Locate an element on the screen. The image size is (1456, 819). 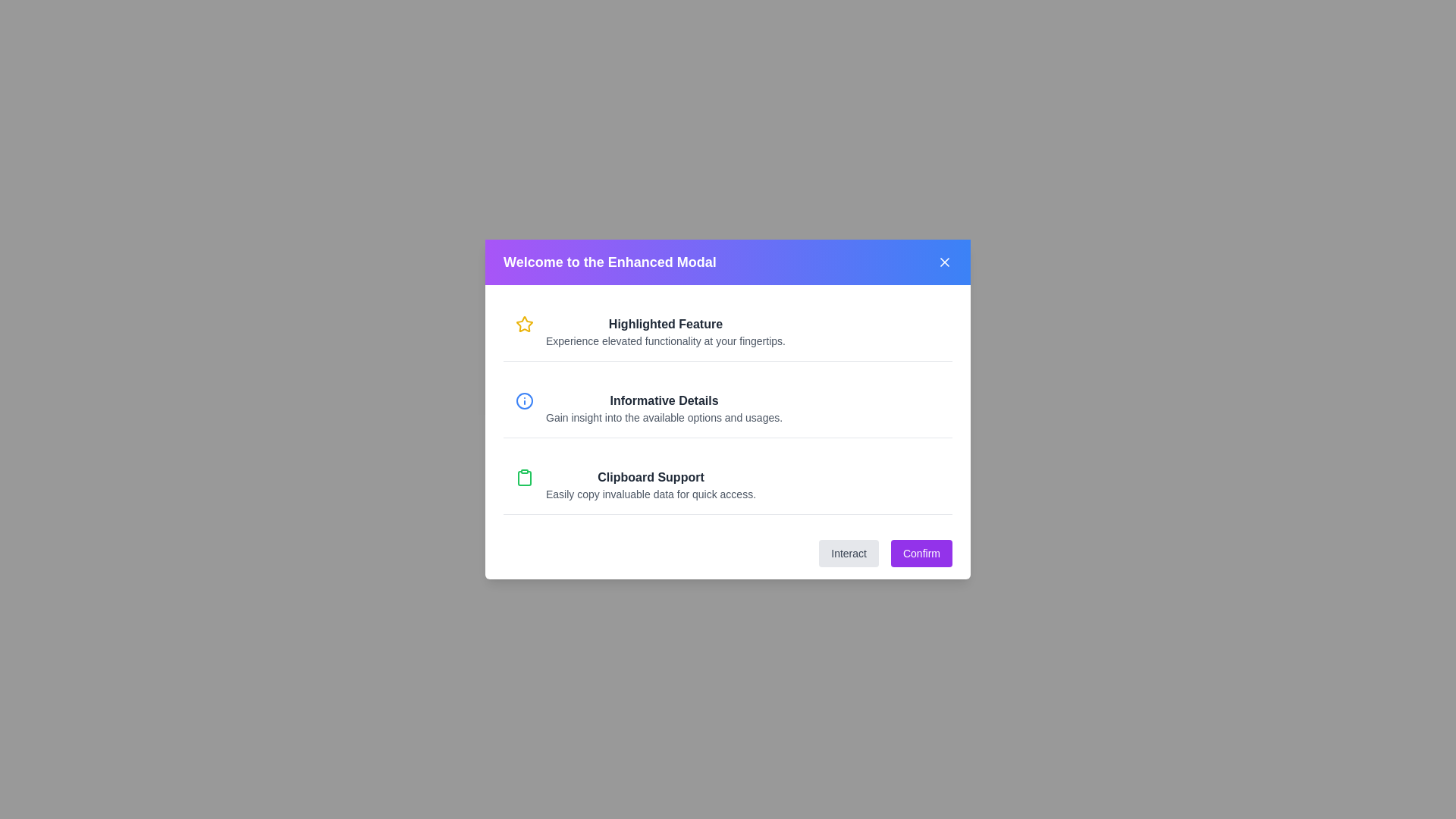
the Informational block that displays the title and brief description of a highlighted feature, located directly below the modal header is located at coordinates (728, 331).